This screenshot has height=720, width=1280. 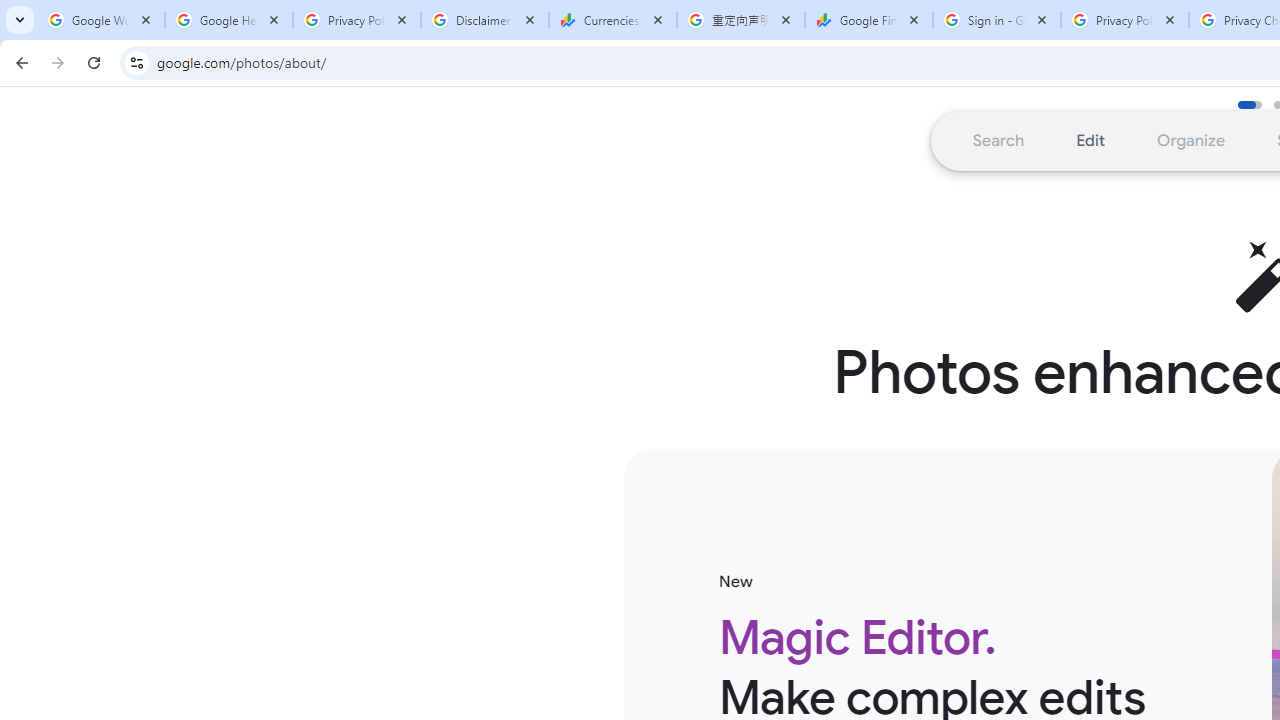 What do you see at coordinates (997, 20) in the screenshot?
I see `'Sign in - Google Accounts'` at bounding box center [997, 20].